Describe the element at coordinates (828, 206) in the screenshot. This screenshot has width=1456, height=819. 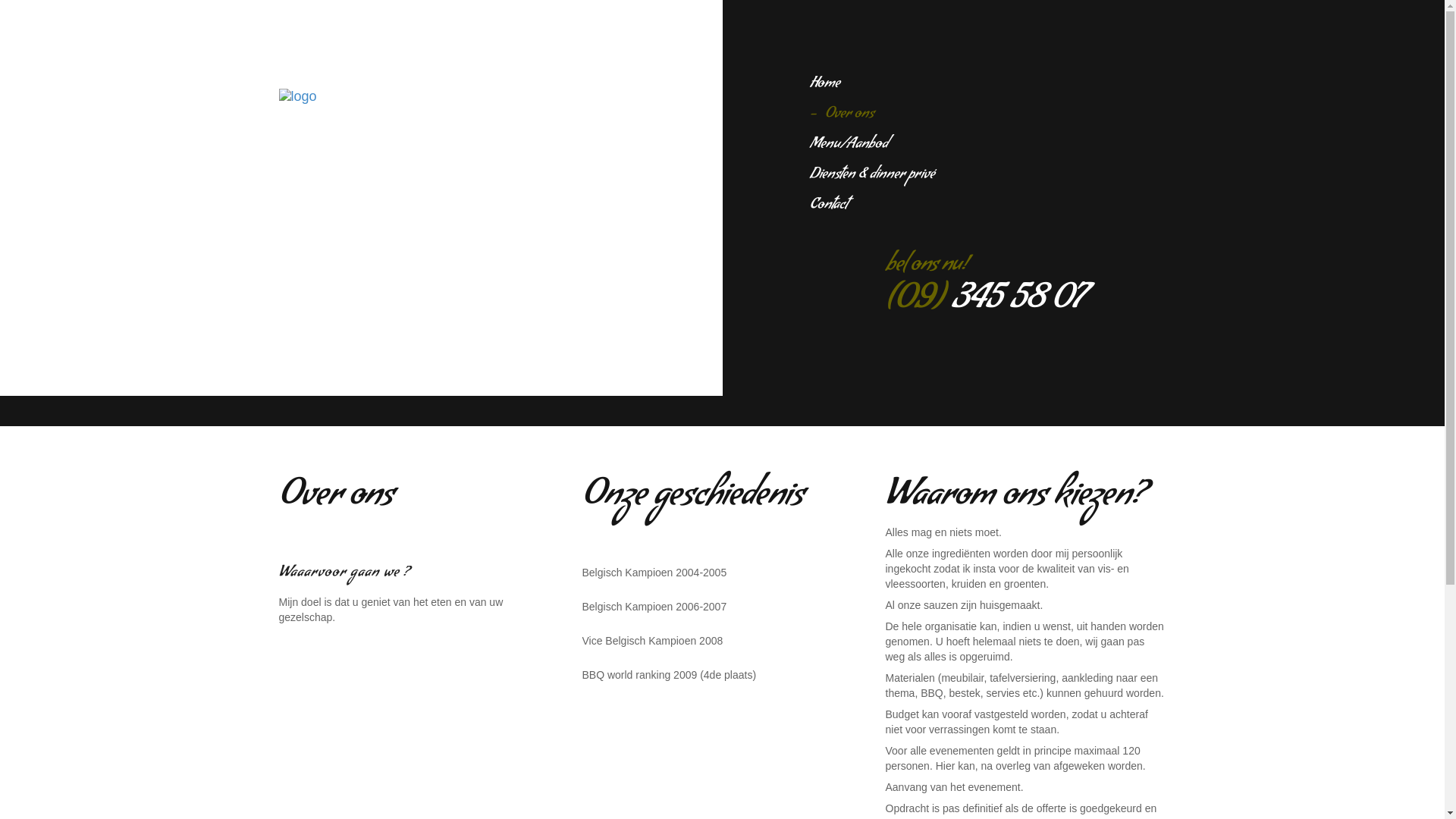
I see `'Contact'` at that location.